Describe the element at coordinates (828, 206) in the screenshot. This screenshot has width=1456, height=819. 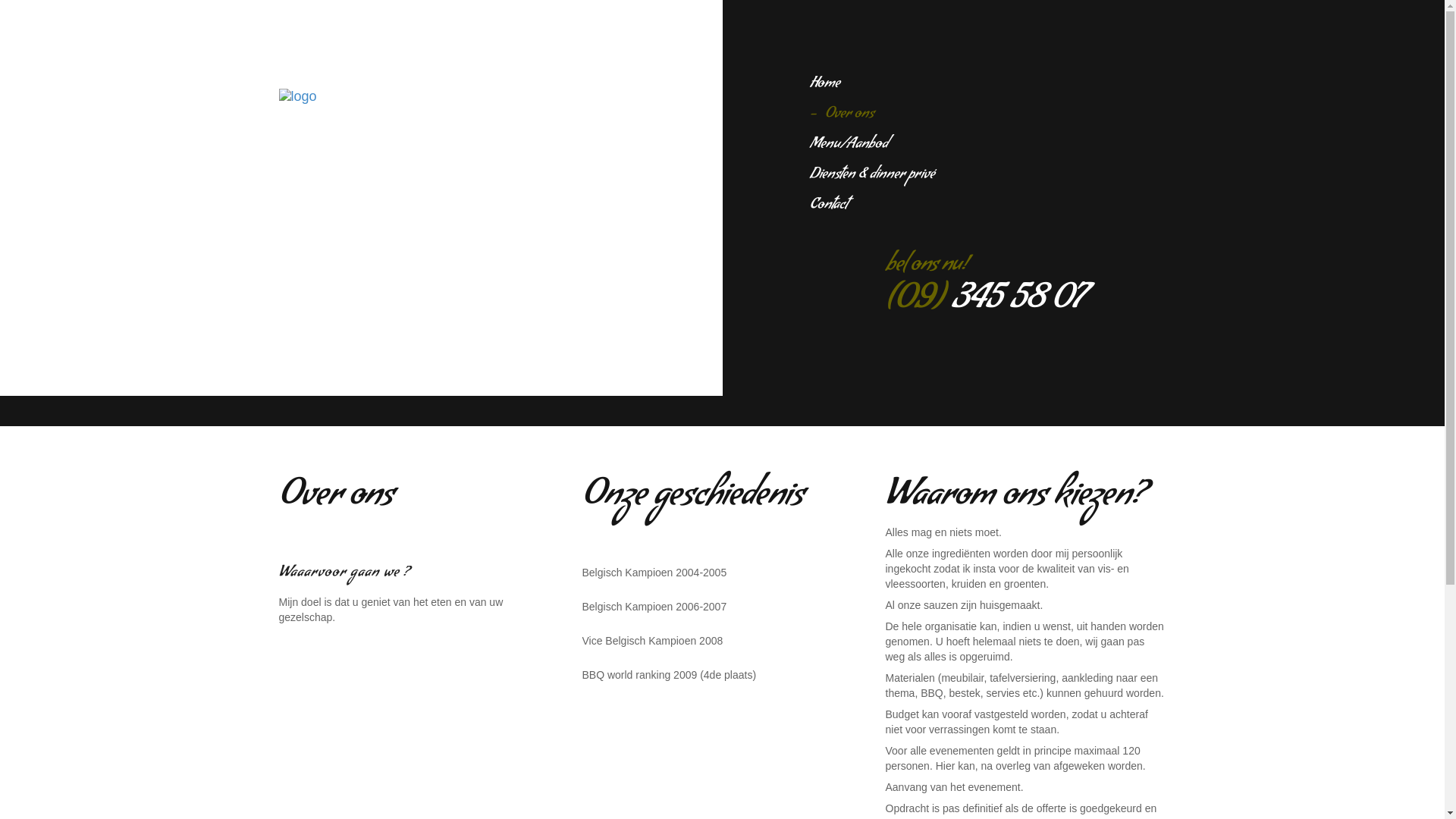
I see `'Contact'` at that location.